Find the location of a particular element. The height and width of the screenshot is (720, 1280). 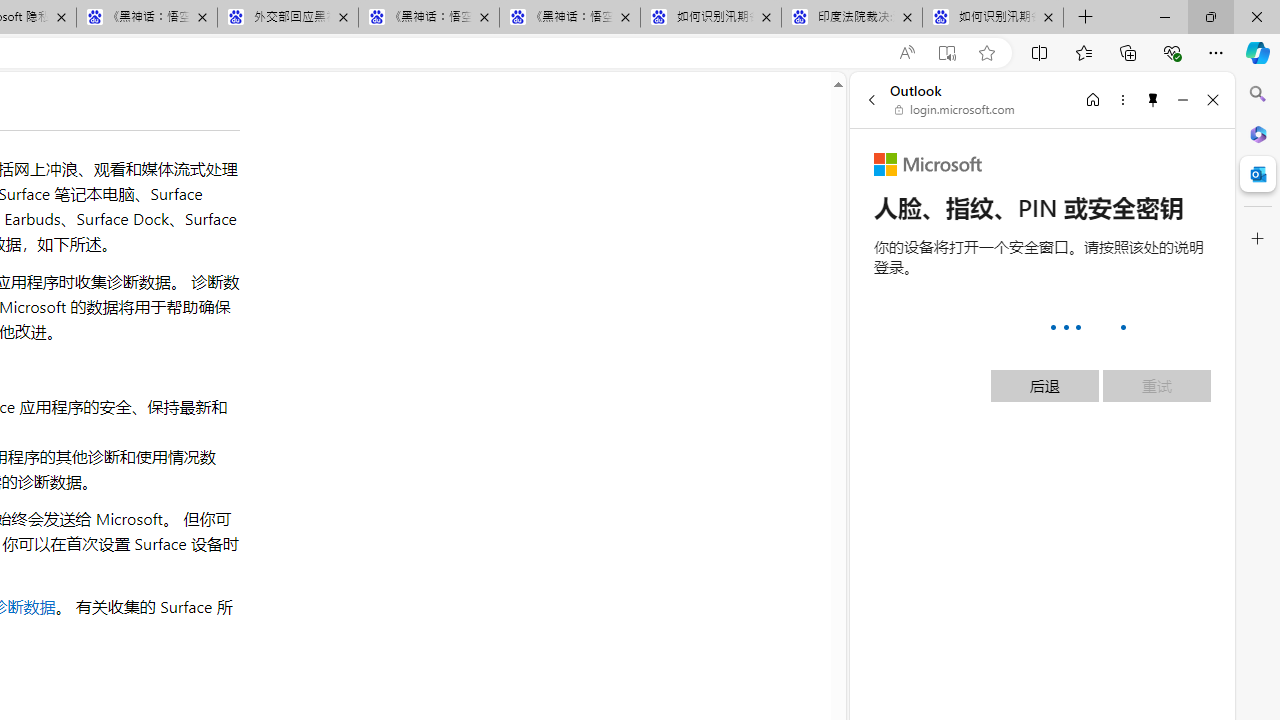

'Unpin side pane' is located at coordinates (1153, 99).